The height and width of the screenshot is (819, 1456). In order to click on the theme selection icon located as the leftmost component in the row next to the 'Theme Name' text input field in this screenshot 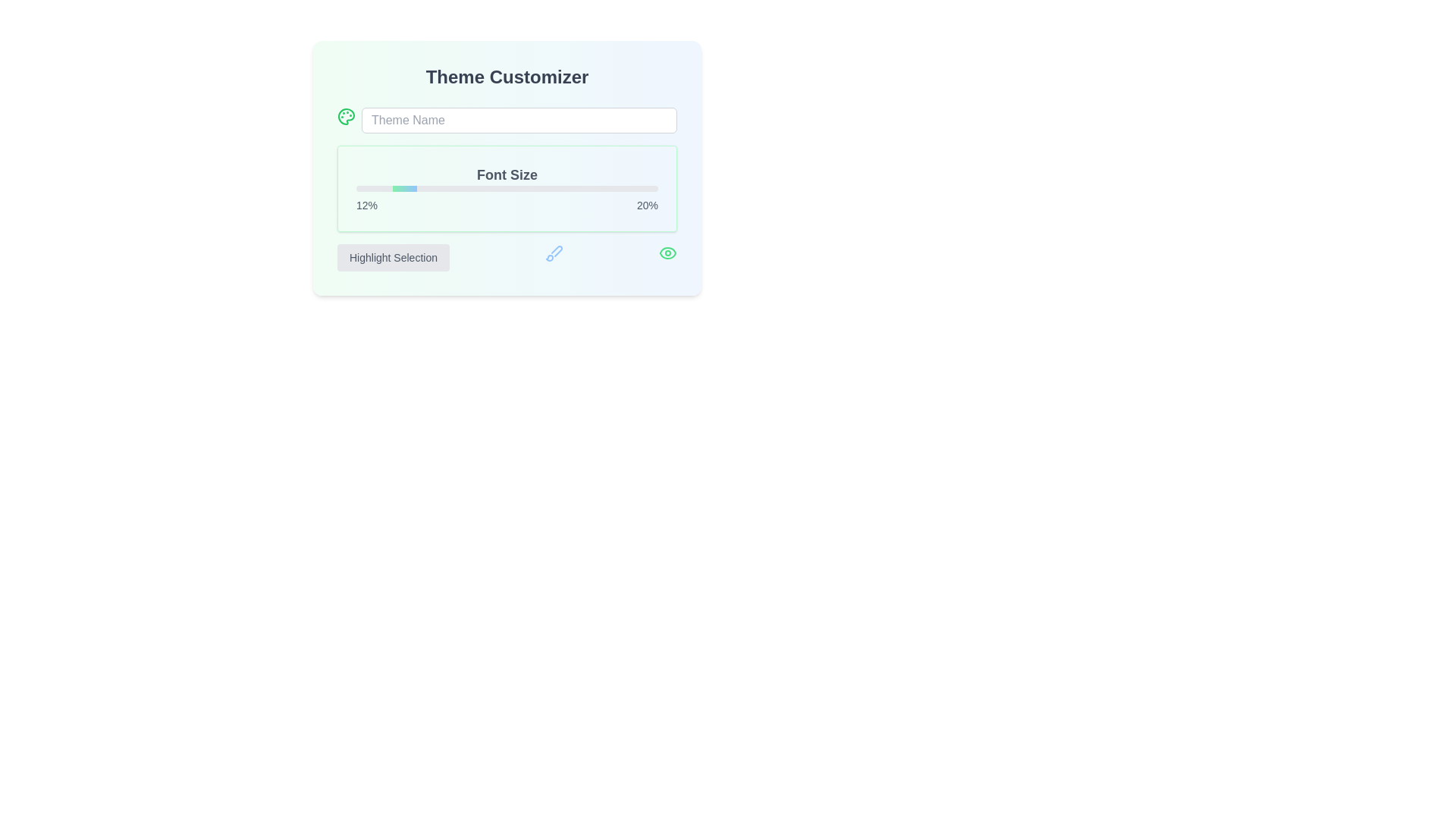, I will do `click(345, 116)`.